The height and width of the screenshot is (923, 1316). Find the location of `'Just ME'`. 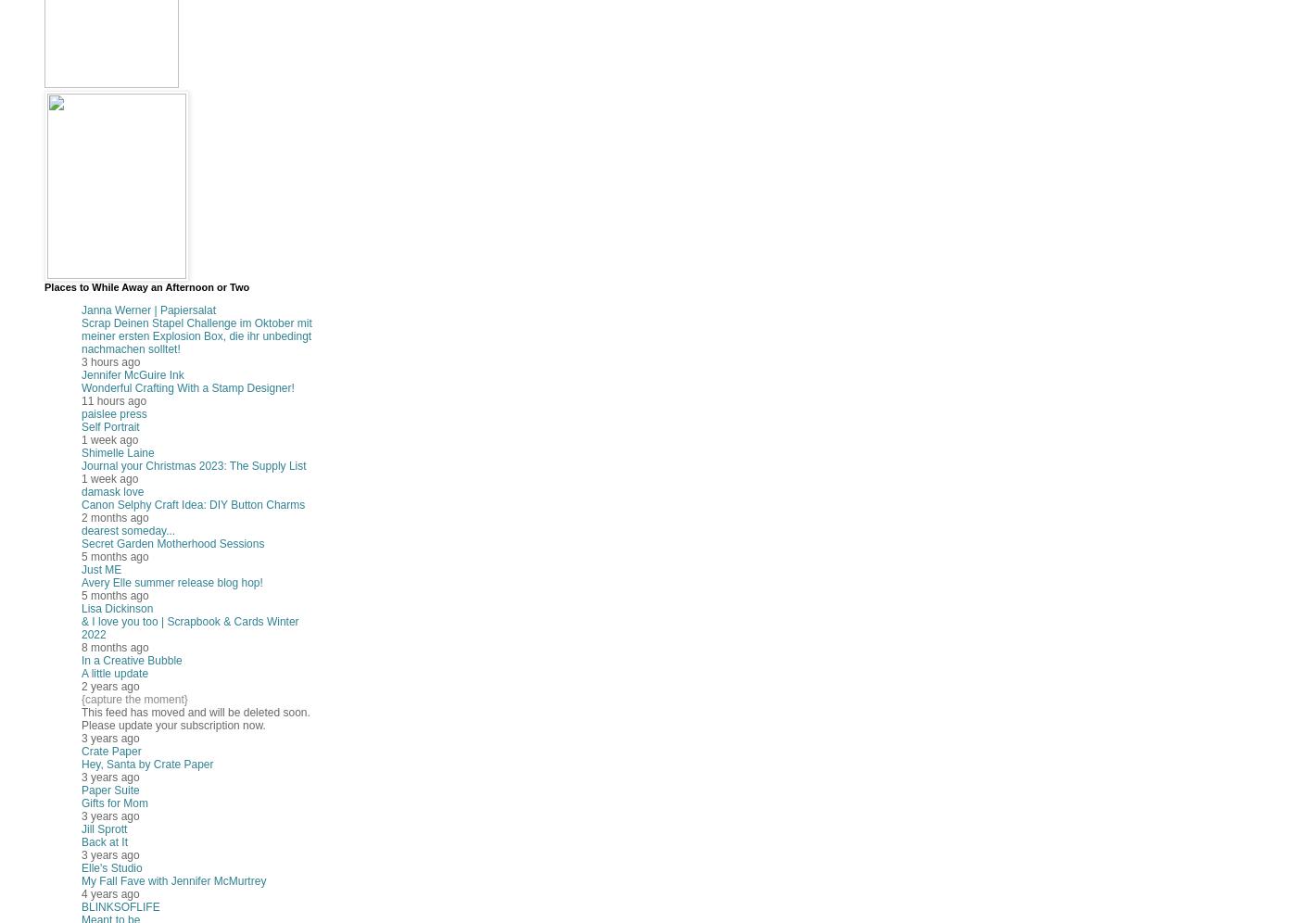

'Just ME' is located at coordinates (100, 570).